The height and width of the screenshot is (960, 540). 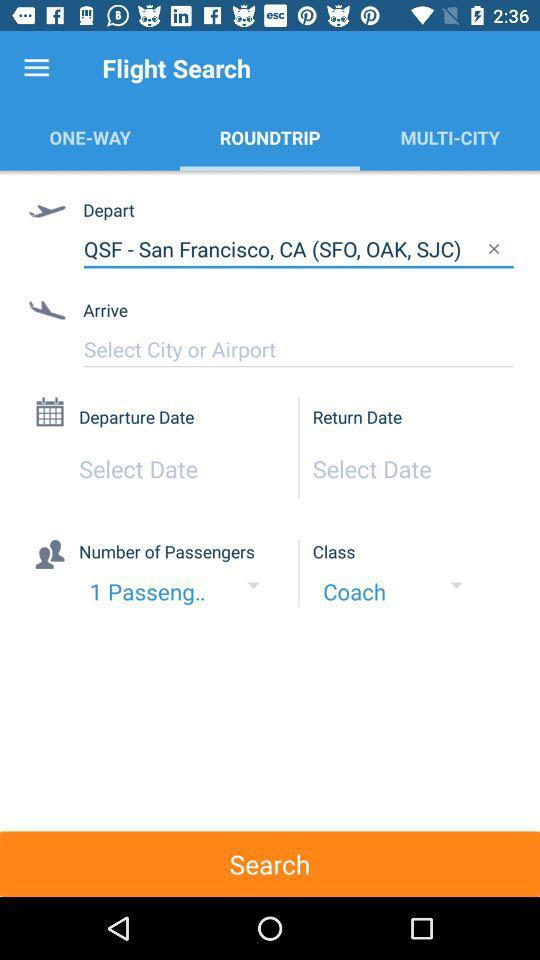 What do you see at coordinates (297, 349) in the screenshot?
I see `airplane mode` at bounding box center [297, 349].